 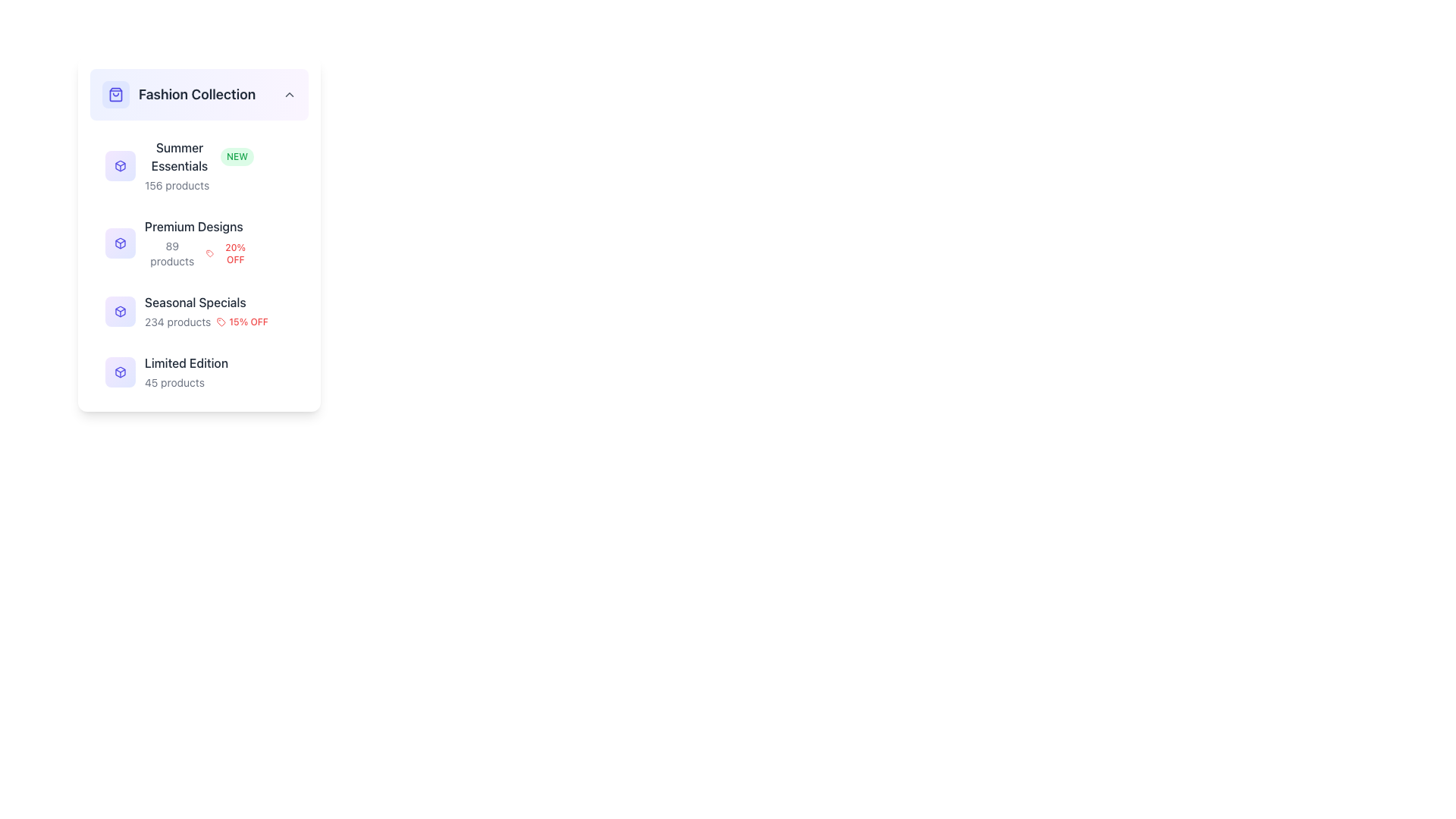 What do you see at coordinates (243, 321) in the screenshot?
I see `the label with the text '15% OFF' and the accompanying red tag icon, which is located within the 'Seasonal Specials' section` at bounding box center [243, 321].